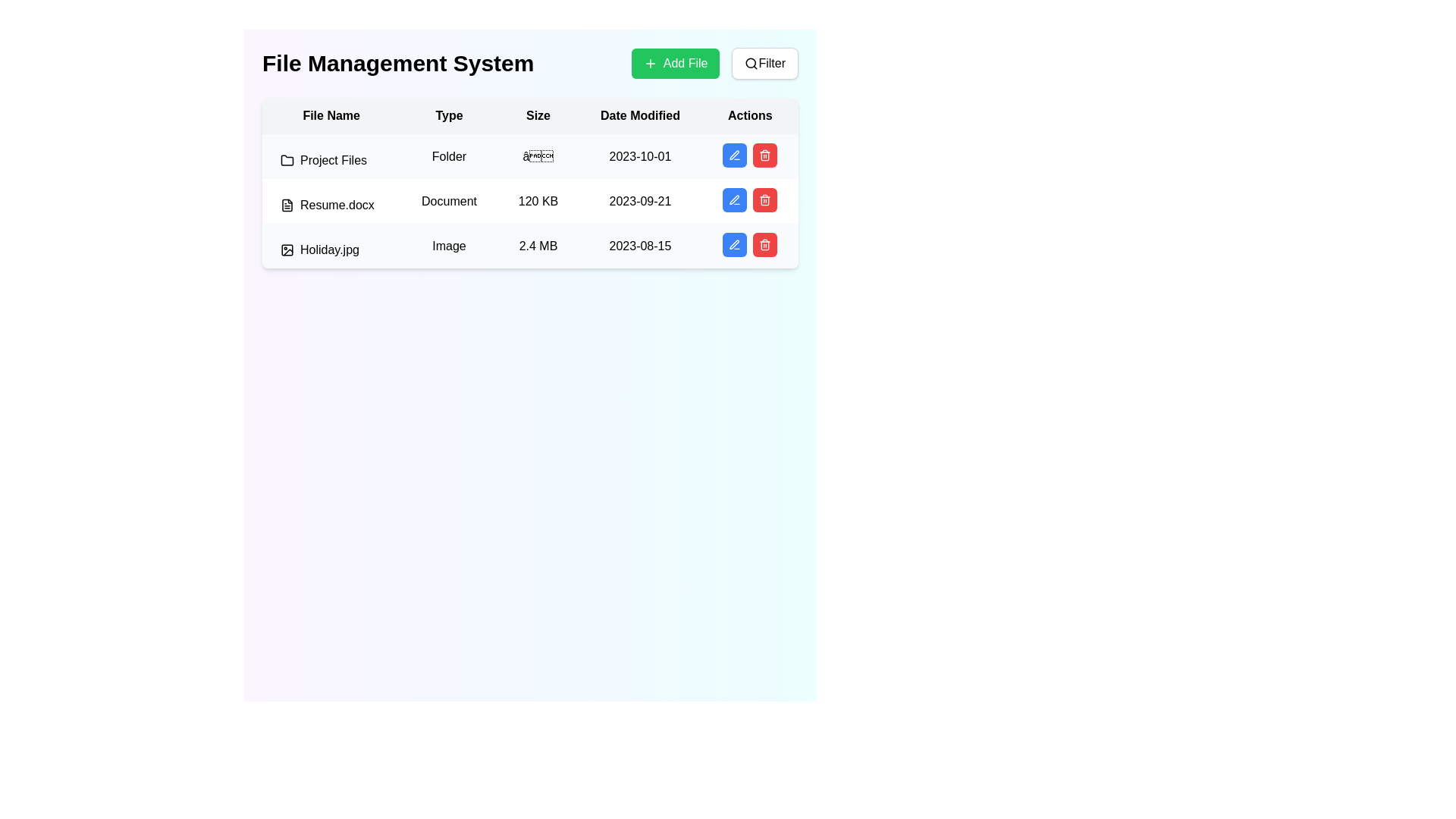 Image resolution: width=1456 pixels, height=819 pixels. Describe the element at coordinates (735, 155) in the screenshot. I see `the square-shaped blue button with a white pen icon located in the first row of the table under the 'Actions' column` at that location.